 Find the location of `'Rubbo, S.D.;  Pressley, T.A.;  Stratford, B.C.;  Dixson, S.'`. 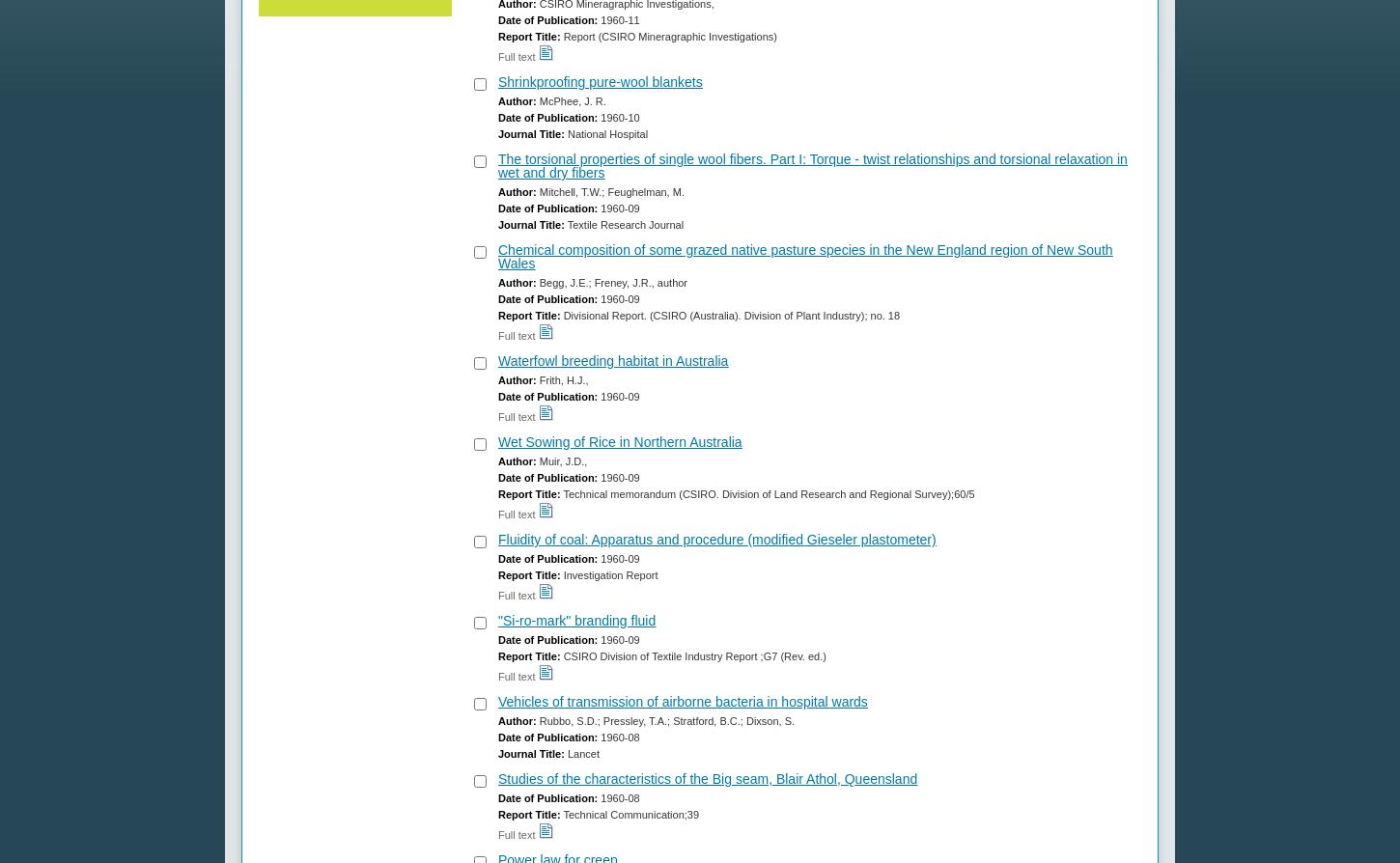

'Rubbo, S.D.;  Pressley, T.A.;  Stratford, B.C.;  Dixson, S.' is located at coordinates (664, 720).